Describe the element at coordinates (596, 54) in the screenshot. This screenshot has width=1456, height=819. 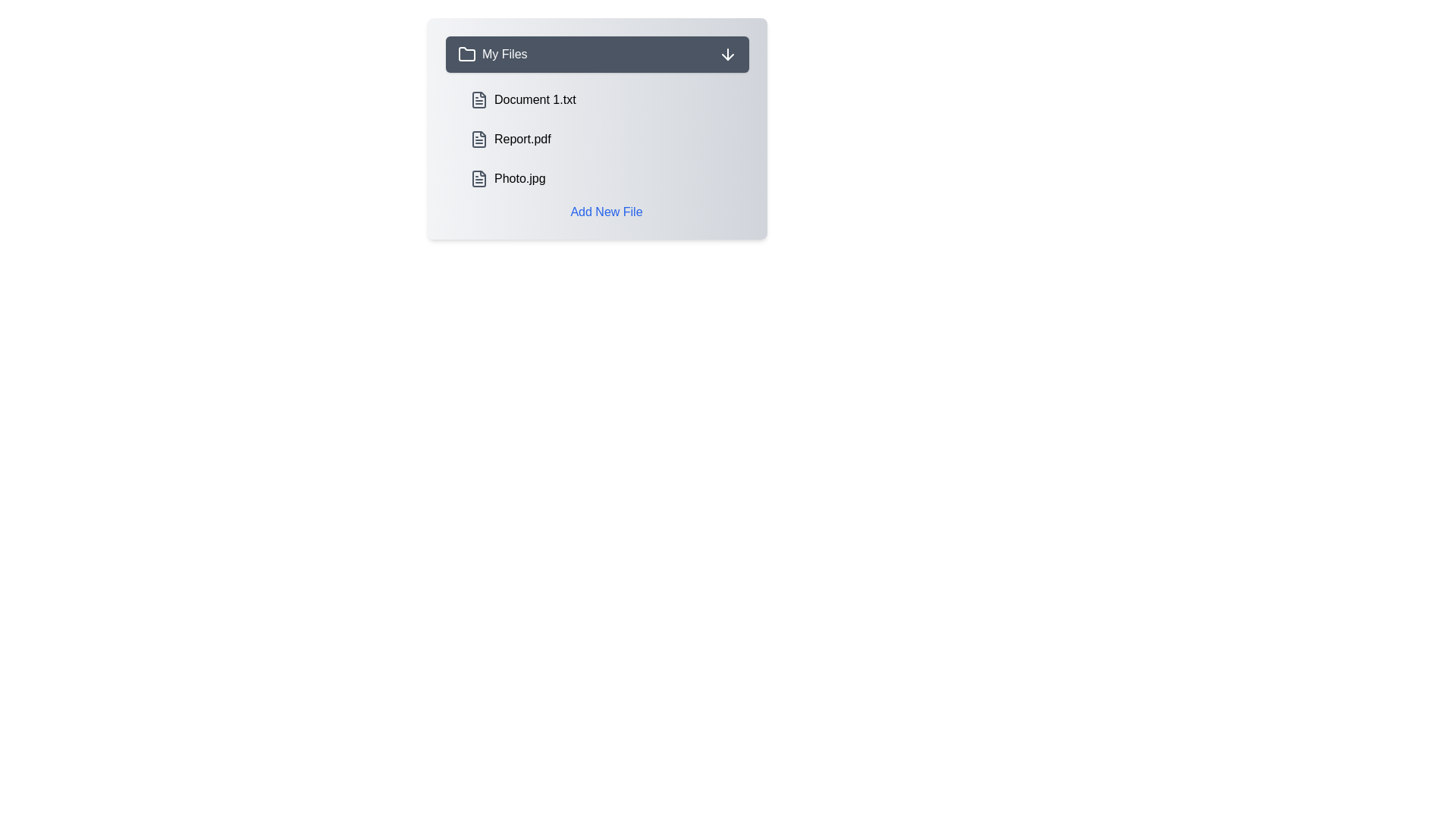
I see `'My Files' button to toggle the visibility of the folder content` at that location.